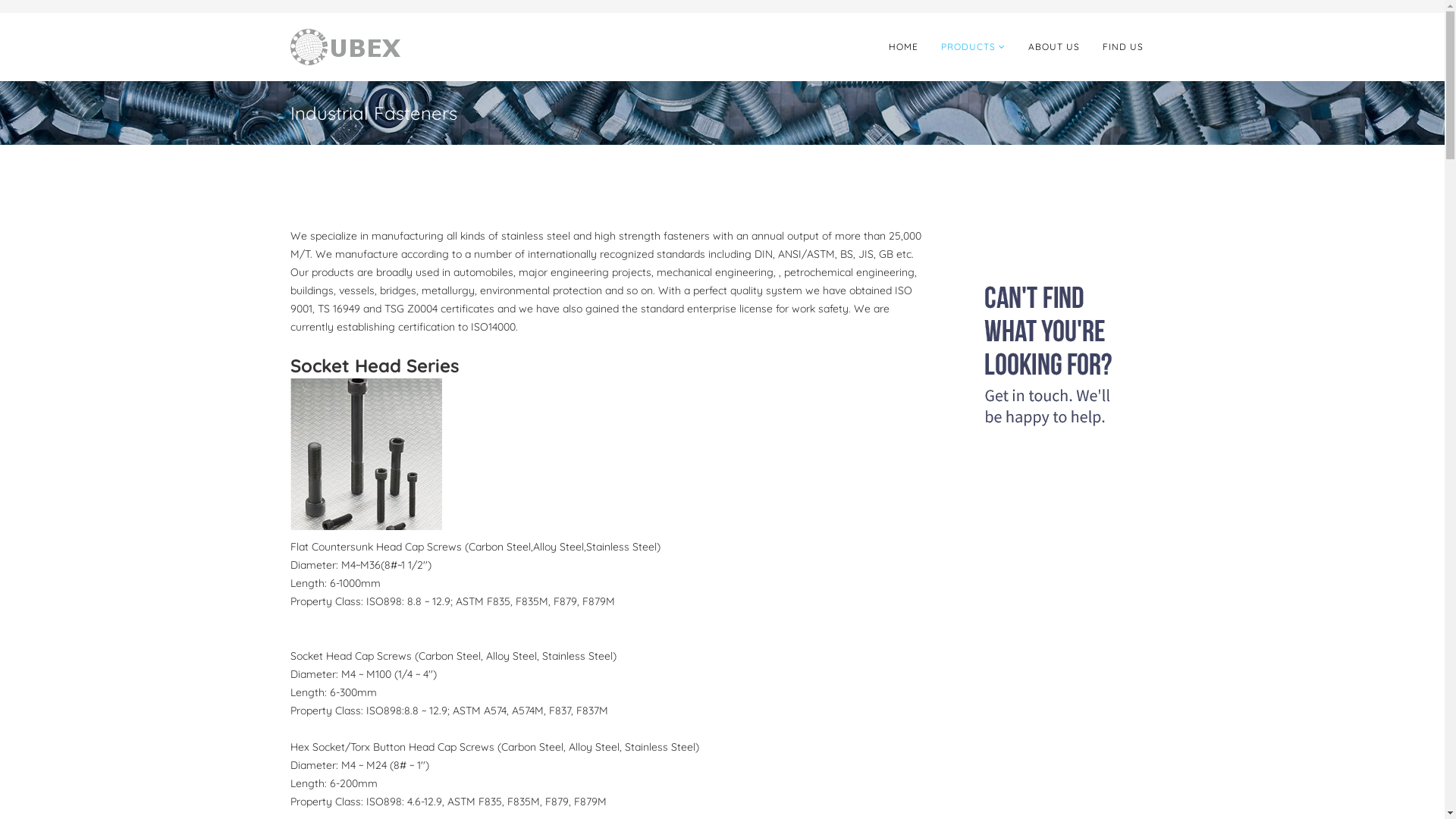 The image size is (1456, 819). Describe the element at coordinates (1090, 45) in the screenshot. I see `'FIND US'` at that location.